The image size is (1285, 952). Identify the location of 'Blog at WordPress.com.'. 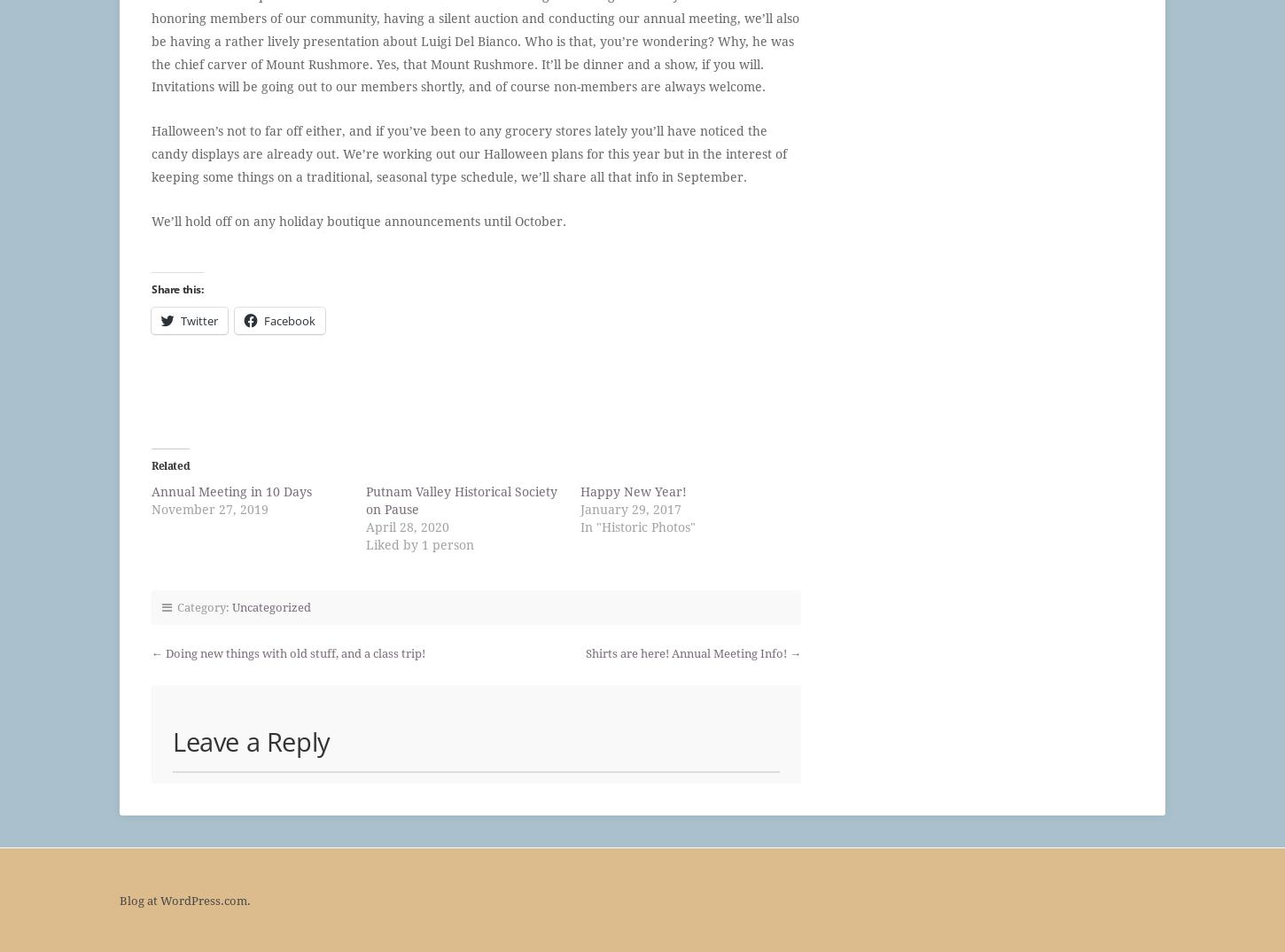
(183, 899).